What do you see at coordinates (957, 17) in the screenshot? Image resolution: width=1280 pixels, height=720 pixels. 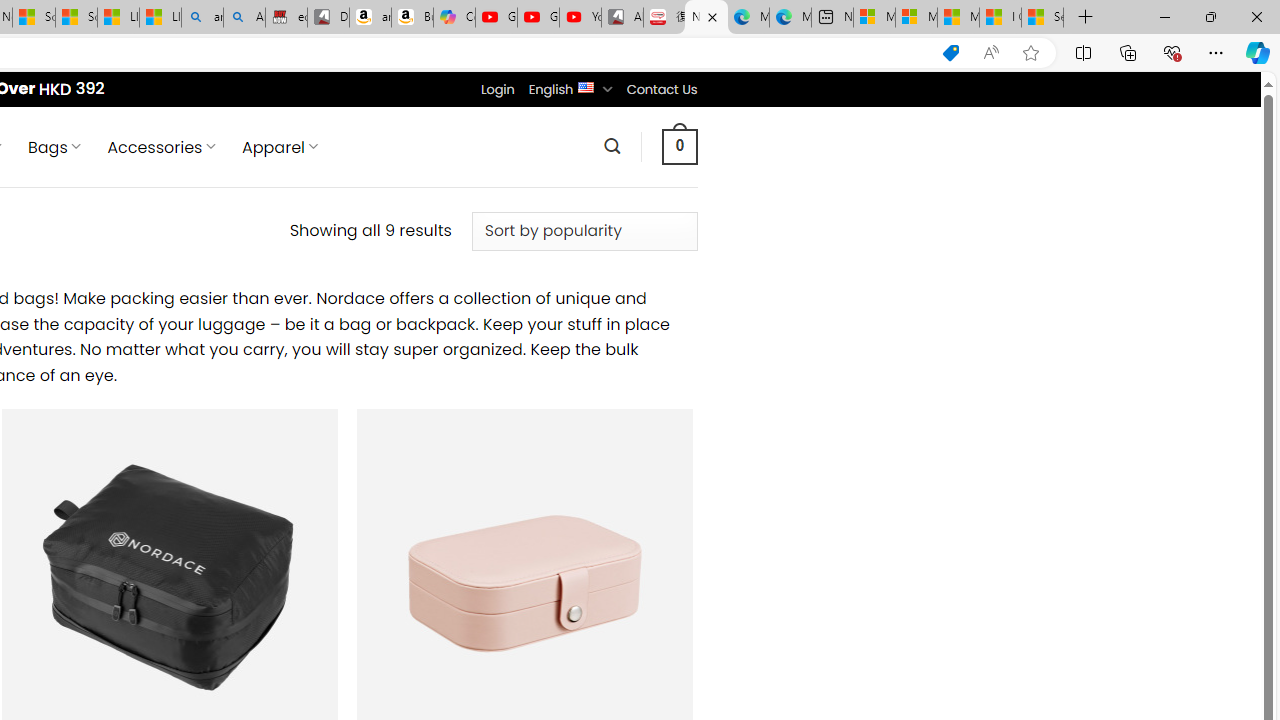 I see `'Microsoft Start'` at bounding box center [957, 17].